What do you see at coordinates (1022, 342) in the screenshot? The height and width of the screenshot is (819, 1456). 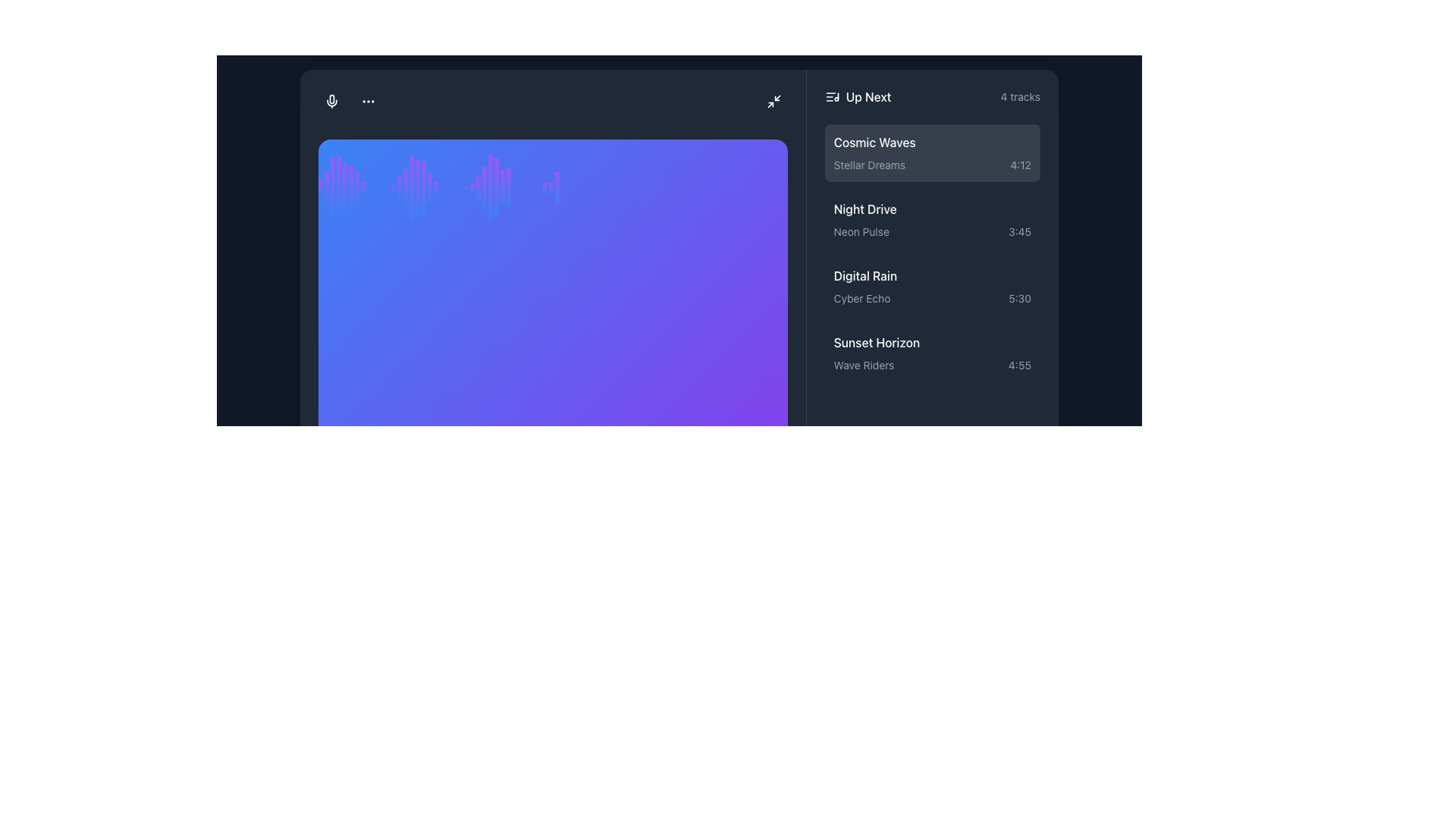 I see `the small white heart icon located in the 'Sunset Horizon' item of the 'Up Next' playlist` at bounding box center [1022, 342].